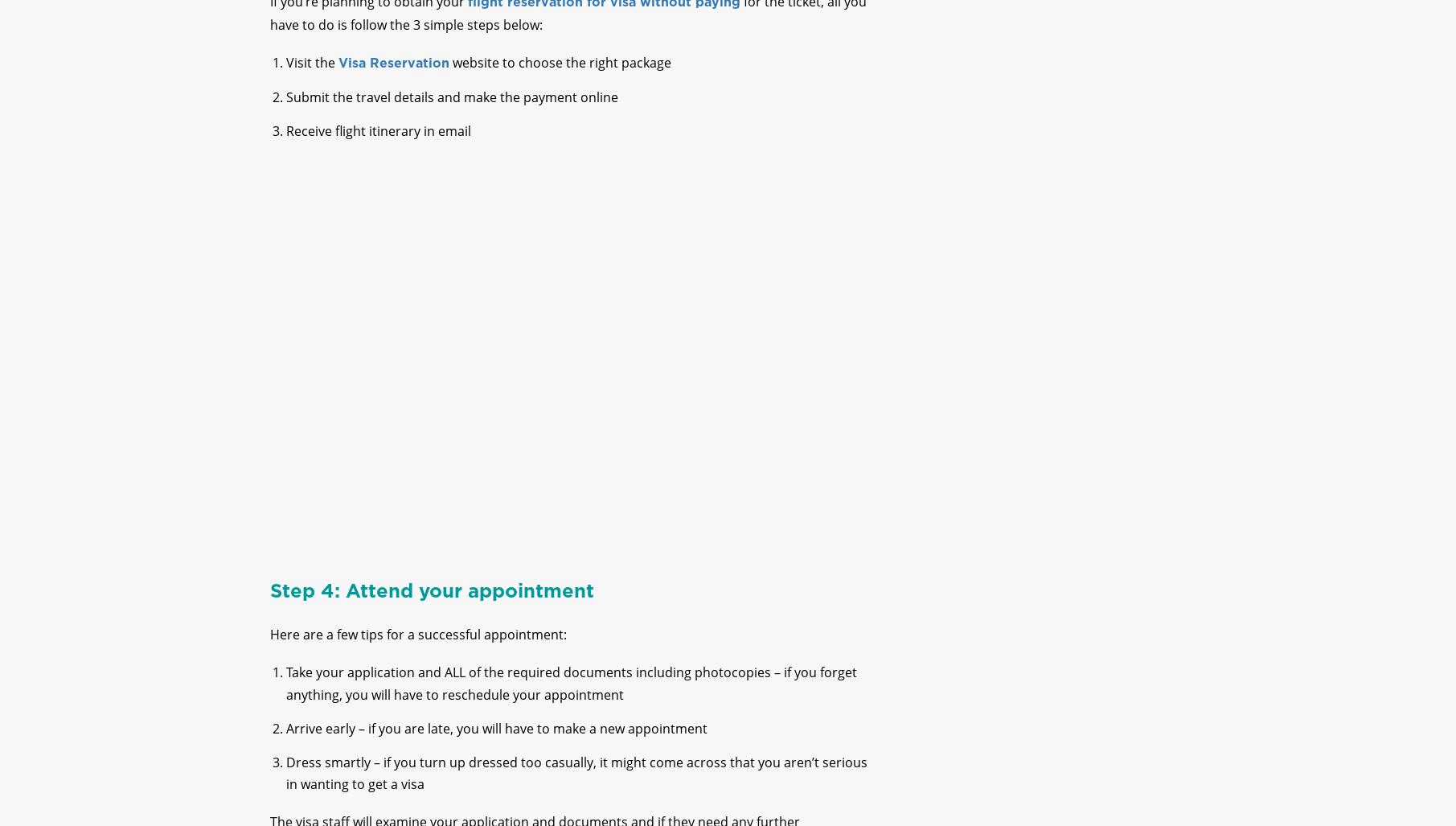 This screenshot has height=826, width=1456. I want to click on 'Arrive early – if you are late, you will have to make a new appointment', so click(496, 742).